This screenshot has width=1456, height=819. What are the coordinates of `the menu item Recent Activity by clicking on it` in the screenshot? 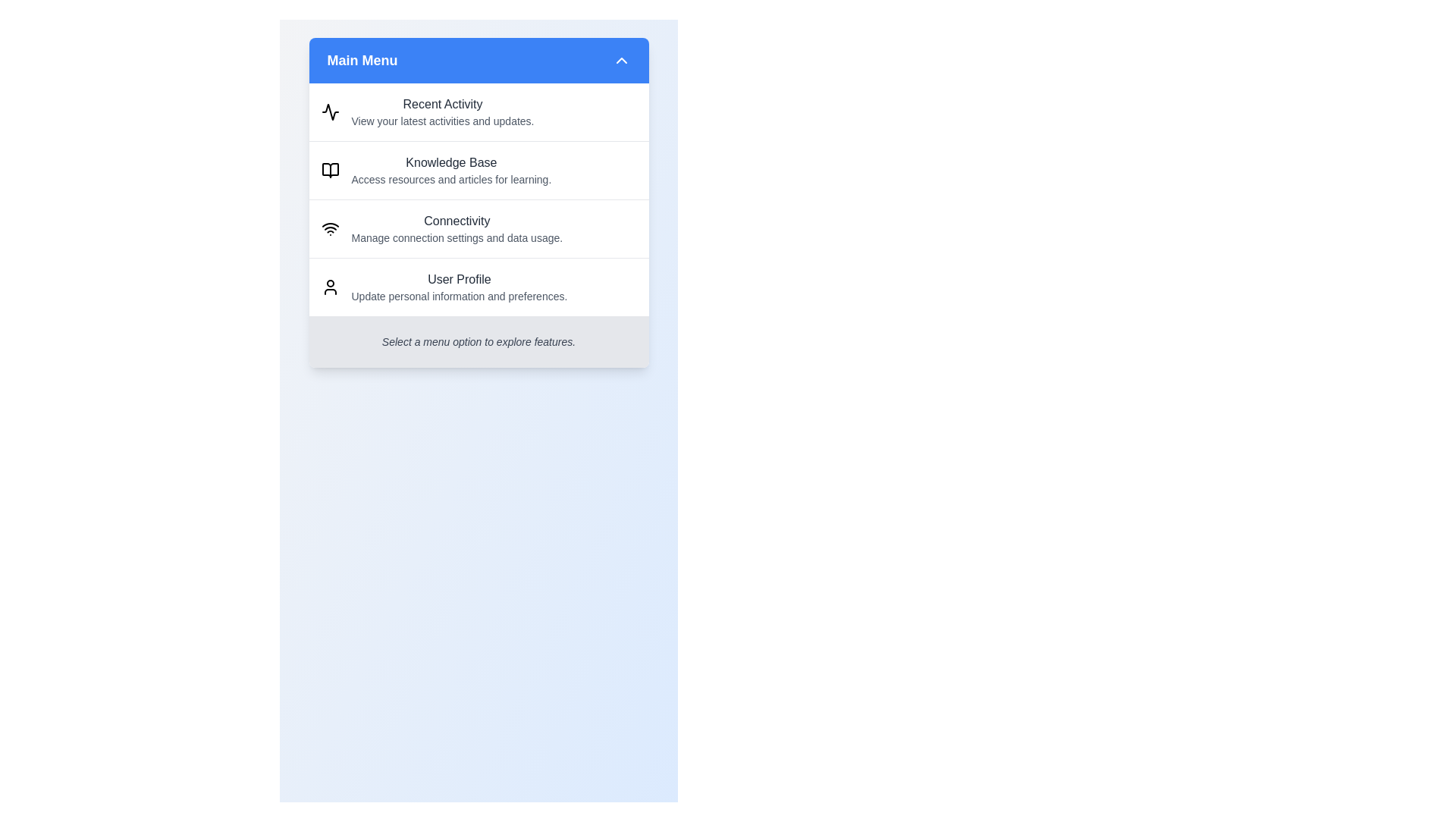 It's located at (478, 111).